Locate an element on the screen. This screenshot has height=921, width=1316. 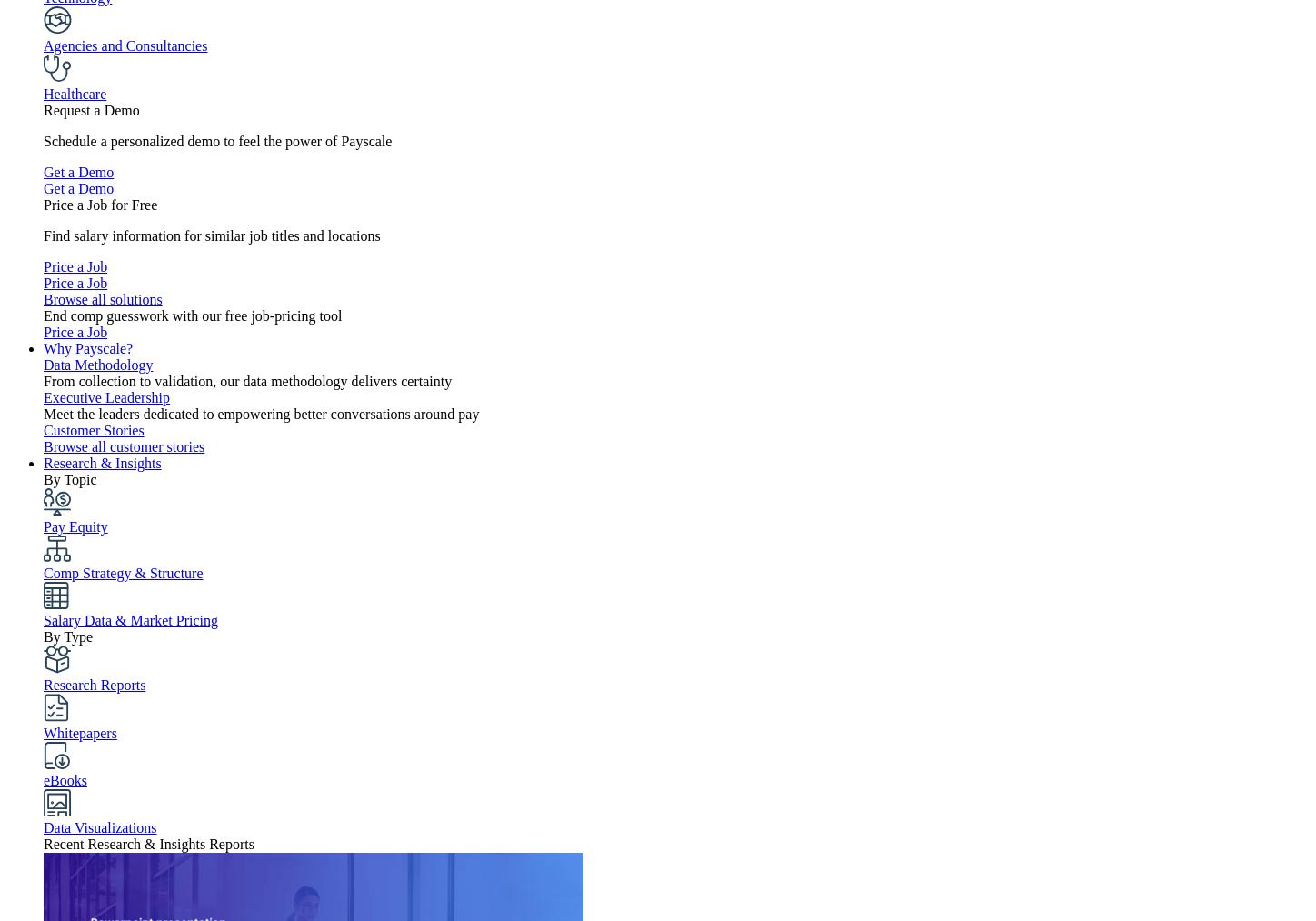
'By Type' is located at coordinates (68, 636).